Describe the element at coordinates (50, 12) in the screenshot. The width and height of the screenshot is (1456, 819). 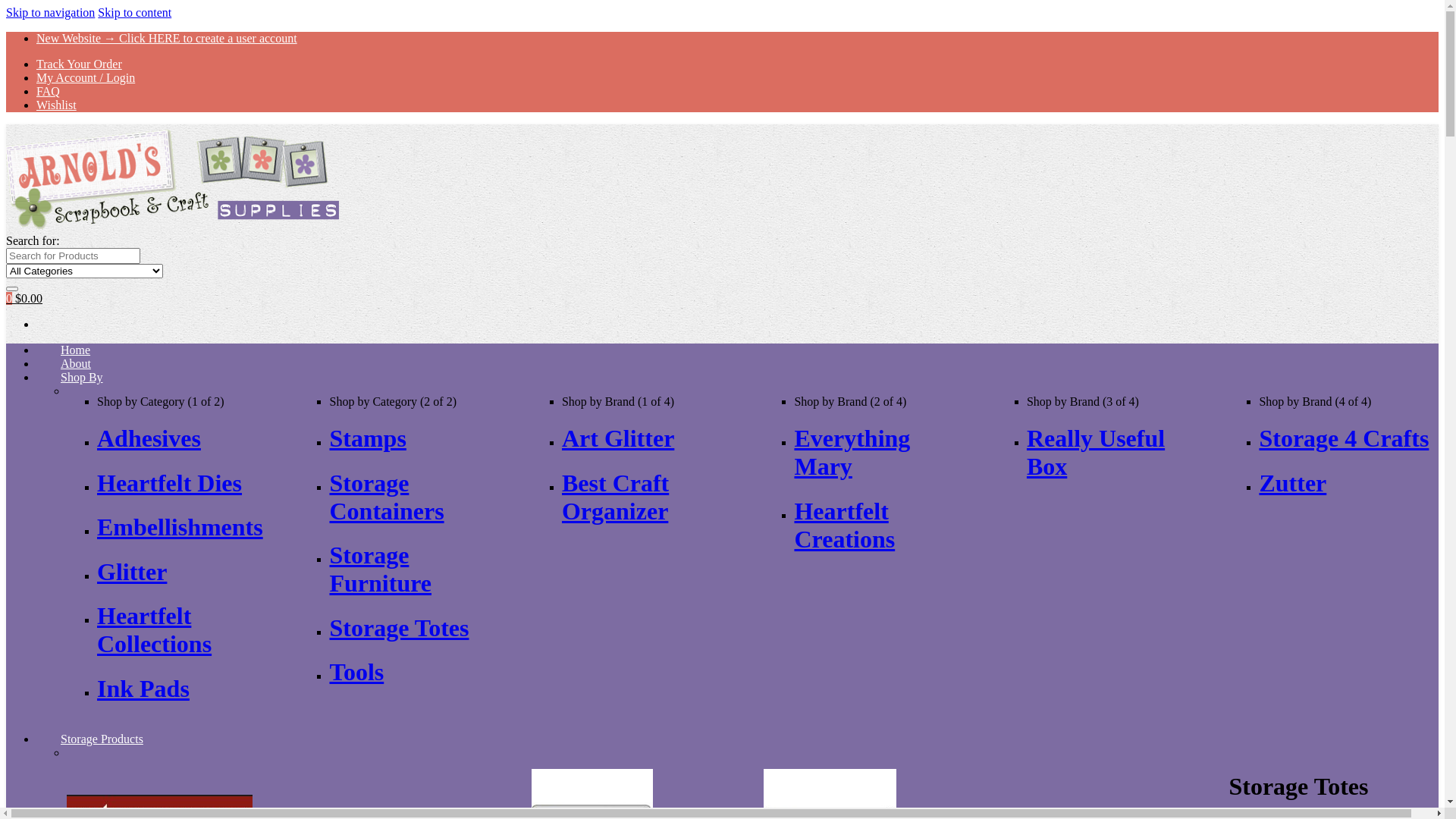
I see `'Skip to navigation'` at that location.